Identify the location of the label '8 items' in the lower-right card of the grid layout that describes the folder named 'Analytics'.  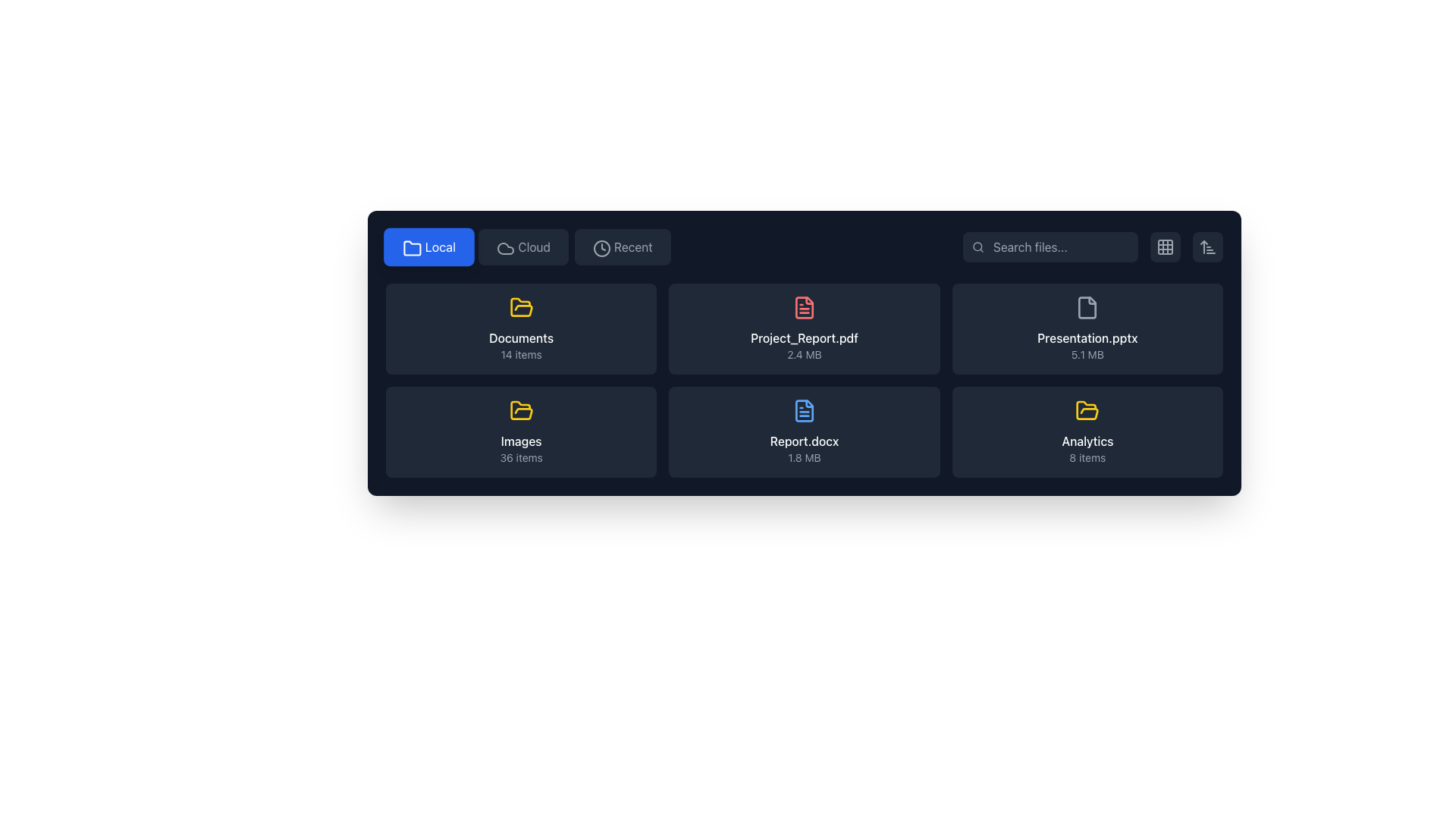
(1087, 447).